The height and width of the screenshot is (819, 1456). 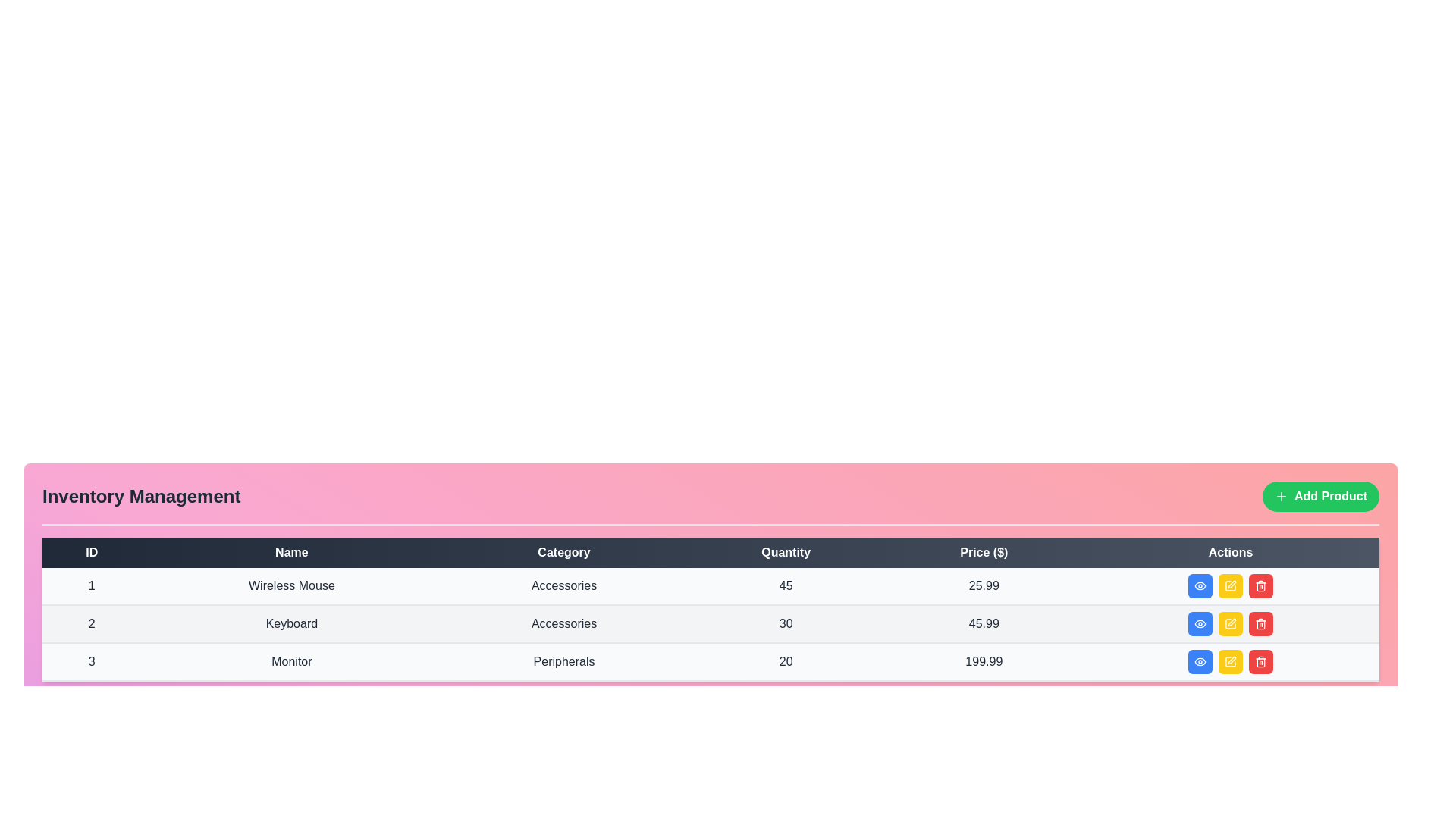 I want to click on the first action button in the 'Actions' column of the first row in the data table, so click(x=1200, y=585).